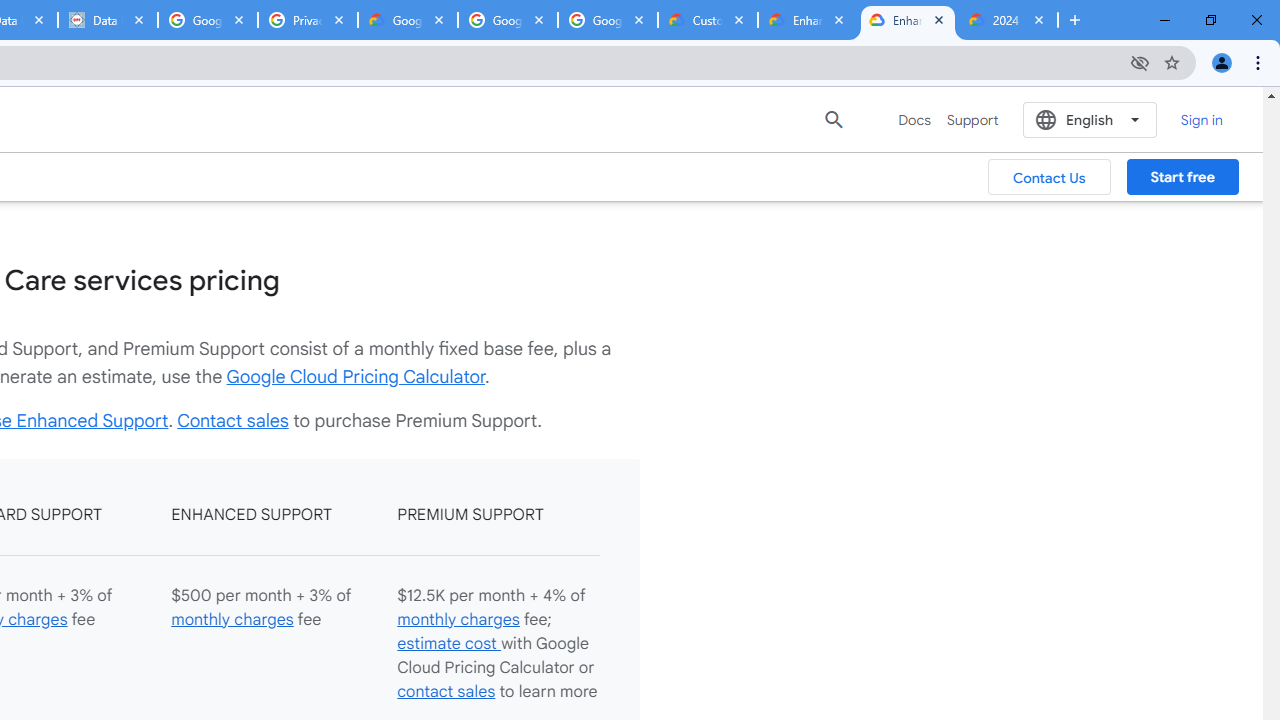  I want to click on 'Google Workspace - Specific Terms', so click(508, 20).